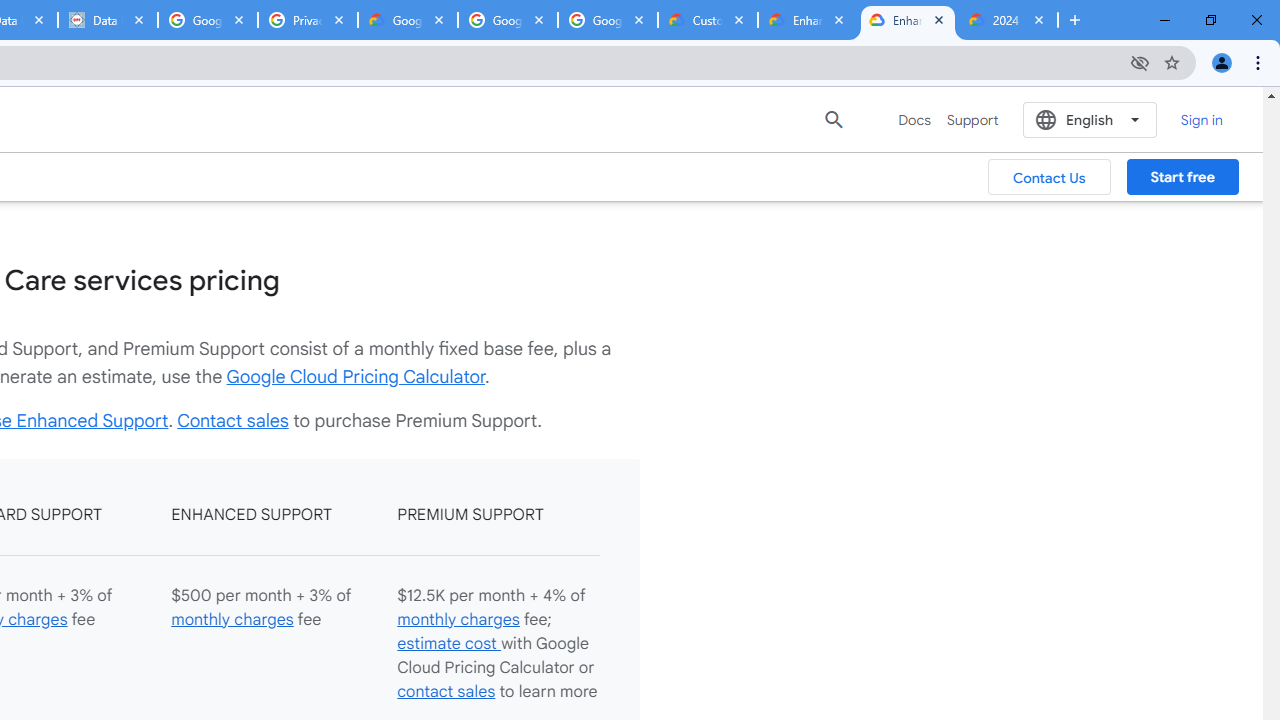  I want to click on 'Google Workspace - Specific Terms', so click(508, 20).